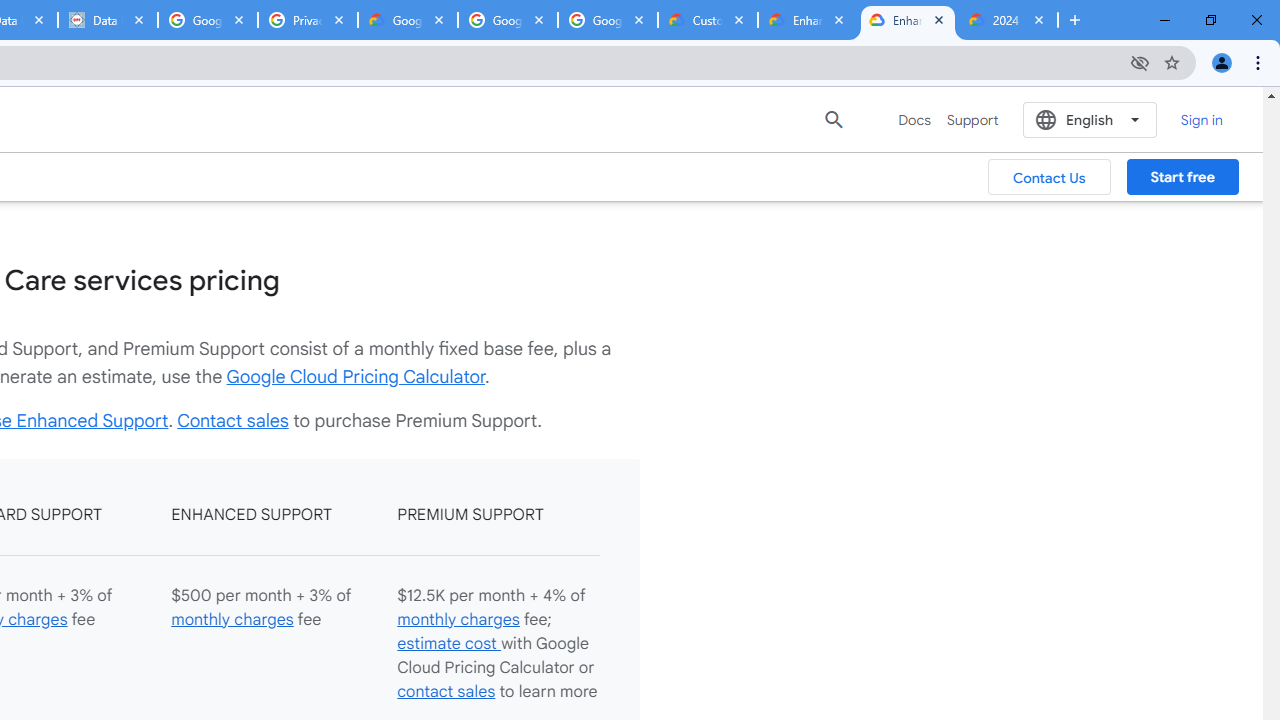  I want to click on 'Google Workspace - Specific Terms', so click(508, 20).